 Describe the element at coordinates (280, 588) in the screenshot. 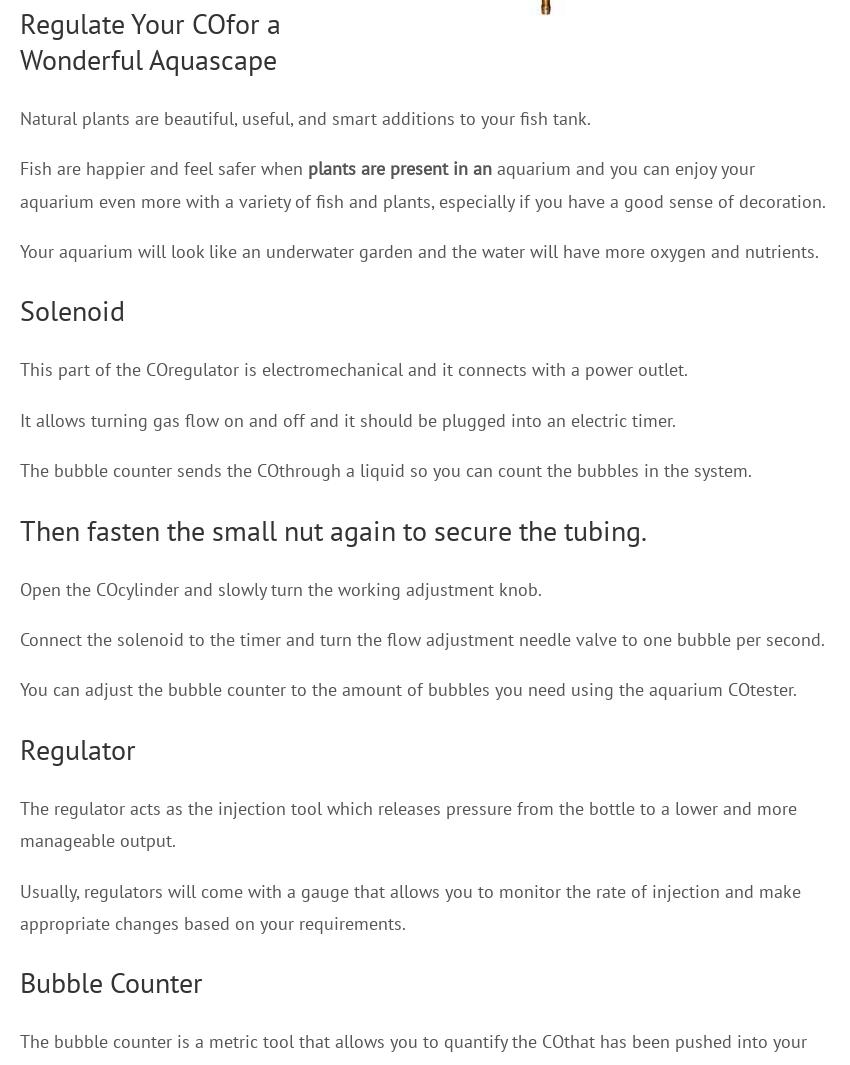

I see `'Open the COcylinder and slowly turn the working adjustment knob.'` at that location.